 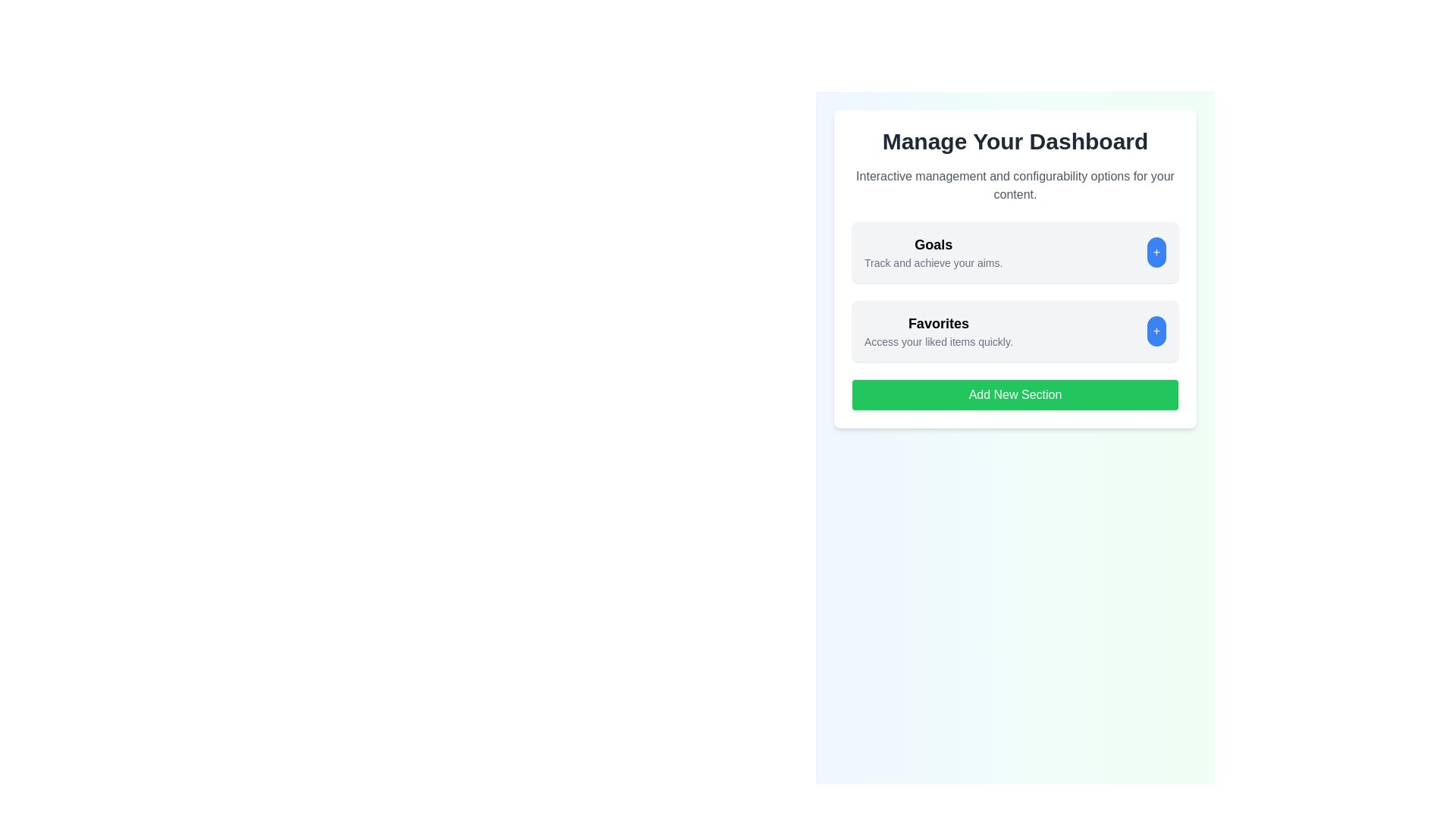 What do you see at coordinates (1015, 141) in the screenshot?
I see `the main heading text element at the top of the dashboard section, which sets the context for the content below` at bounding box center [1015, 141].